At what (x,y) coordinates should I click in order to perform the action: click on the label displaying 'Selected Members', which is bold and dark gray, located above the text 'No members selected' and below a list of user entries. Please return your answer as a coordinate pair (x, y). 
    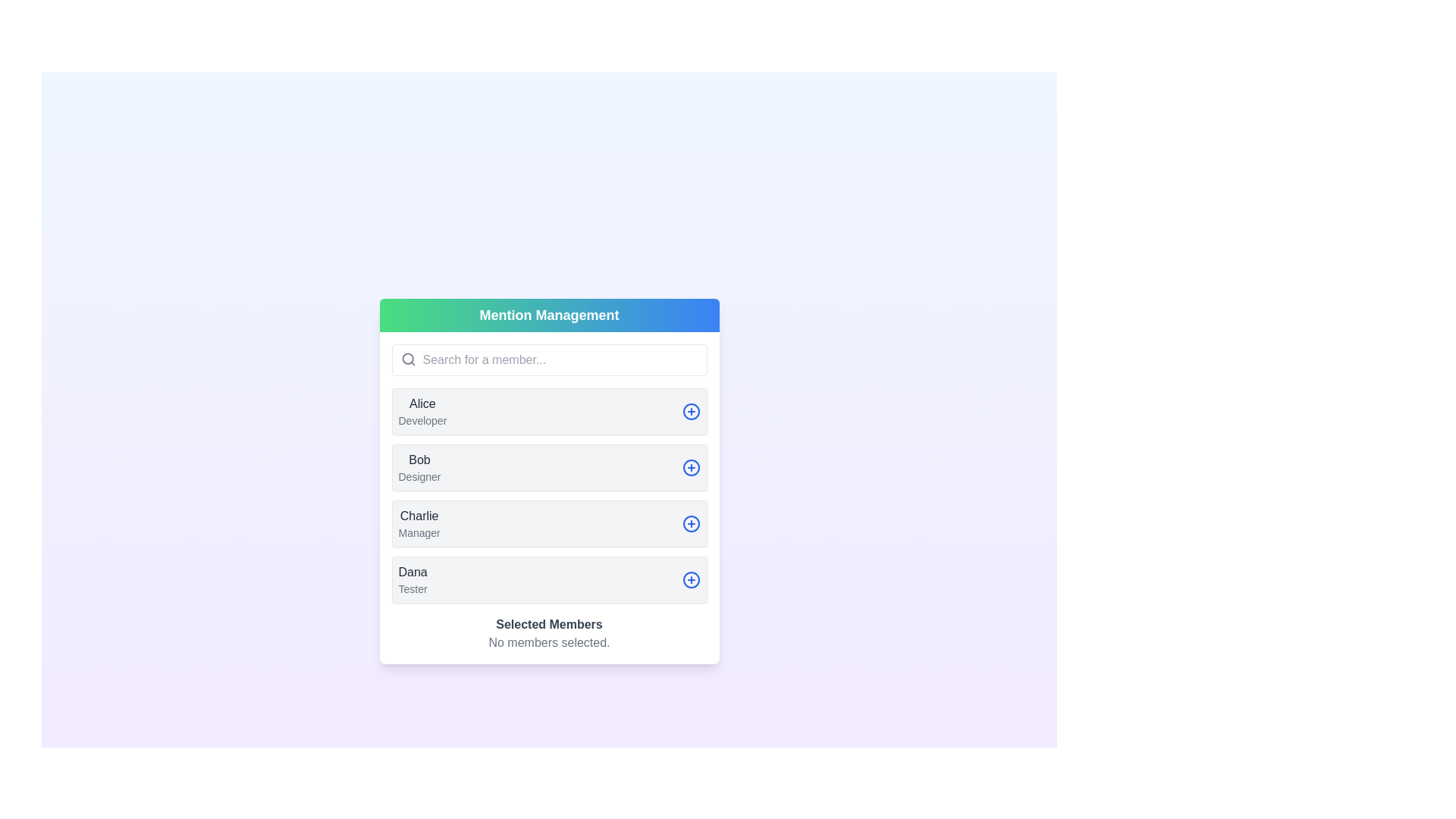
    Looking at the image, I should click on (548, 625).